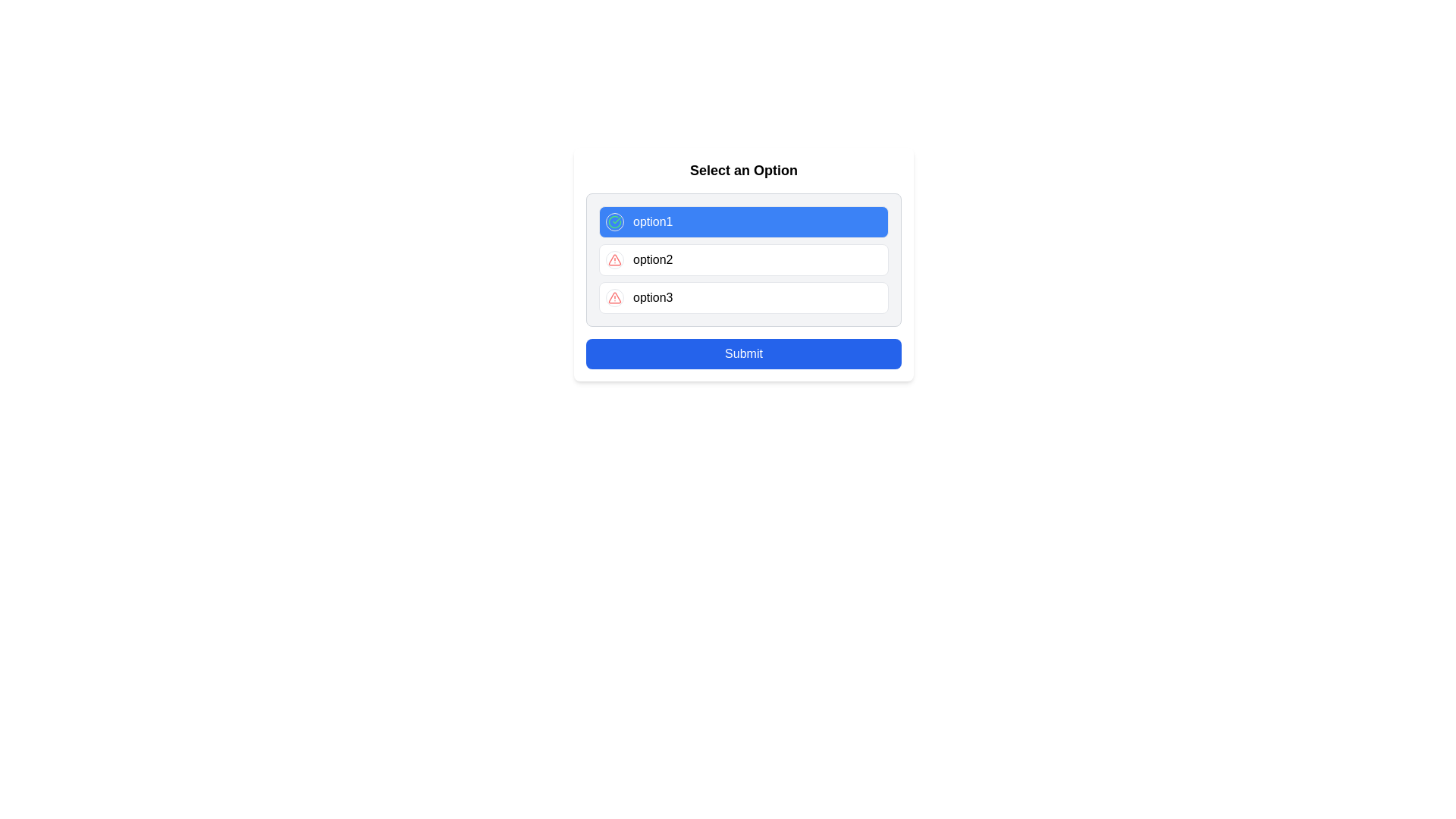  Describe the element at coordinates (743, 353) in the screenshot. I see `the 'Submit' button located at the bottom of the form, which has a dark blue background and white text` at that location.